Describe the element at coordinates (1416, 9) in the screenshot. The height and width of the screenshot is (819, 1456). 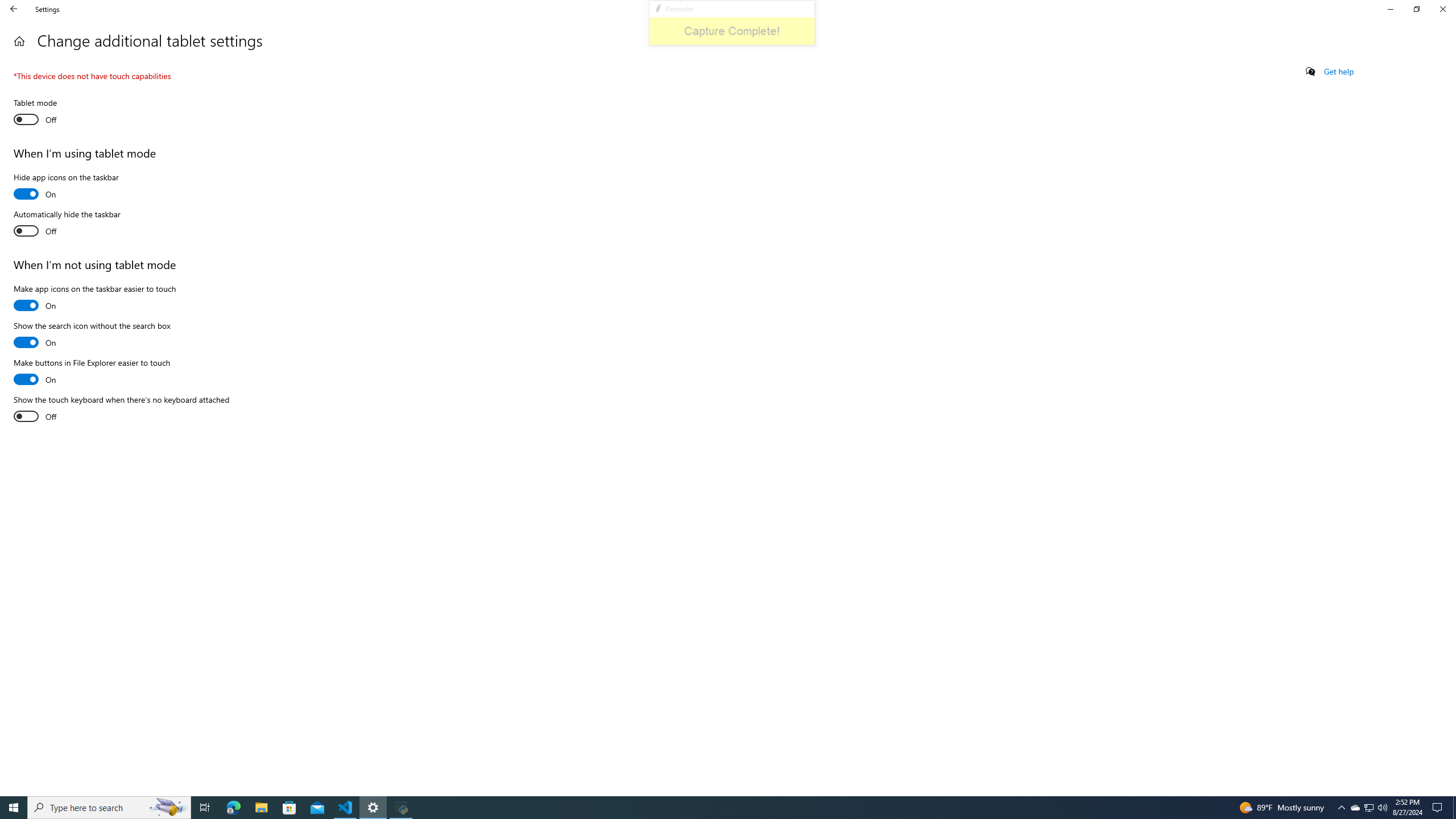
I see `'Restore Settings'` at that location.